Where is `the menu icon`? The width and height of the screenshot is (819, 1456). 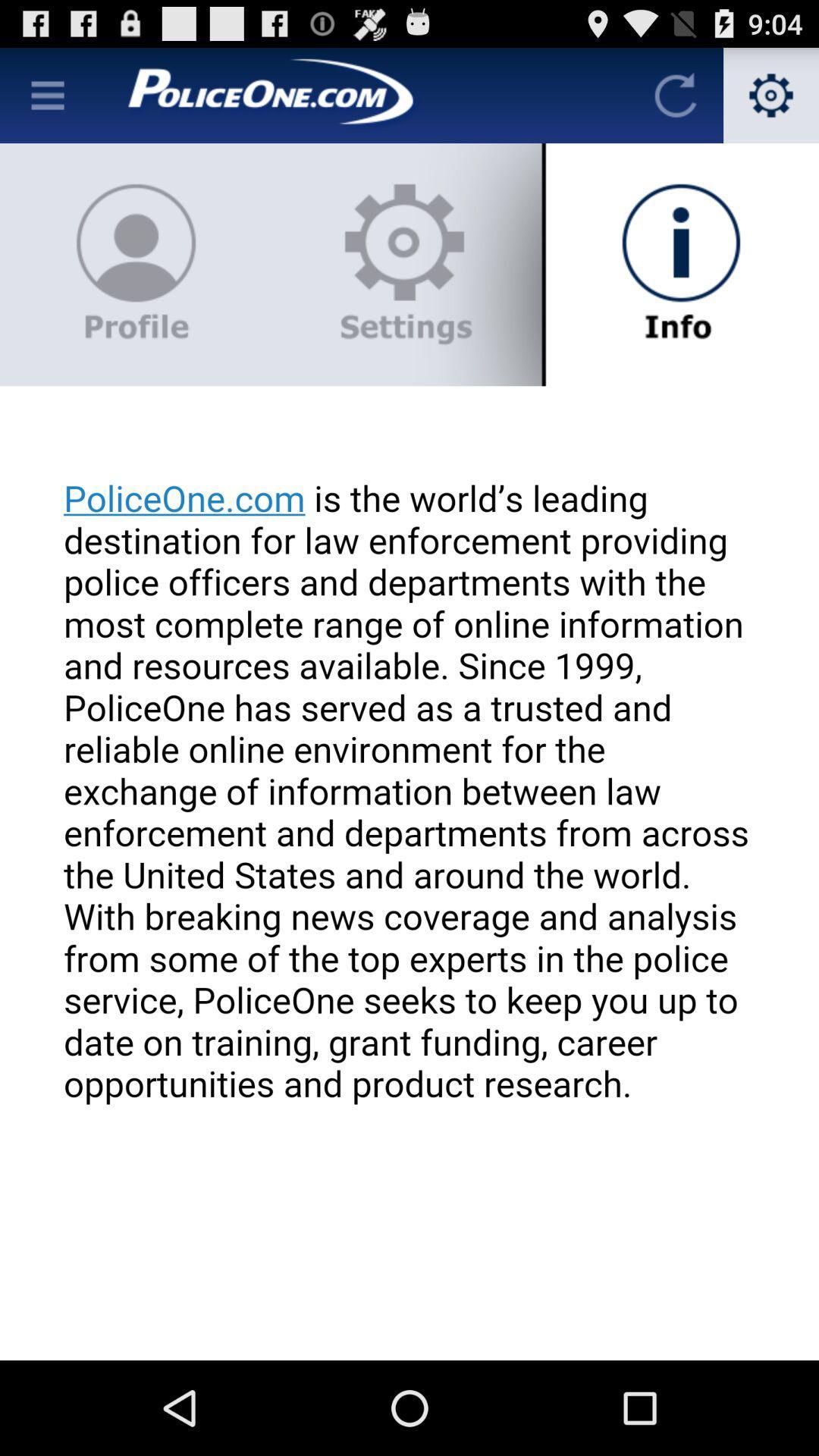
the menu icon is located at coordinates (46, 101).